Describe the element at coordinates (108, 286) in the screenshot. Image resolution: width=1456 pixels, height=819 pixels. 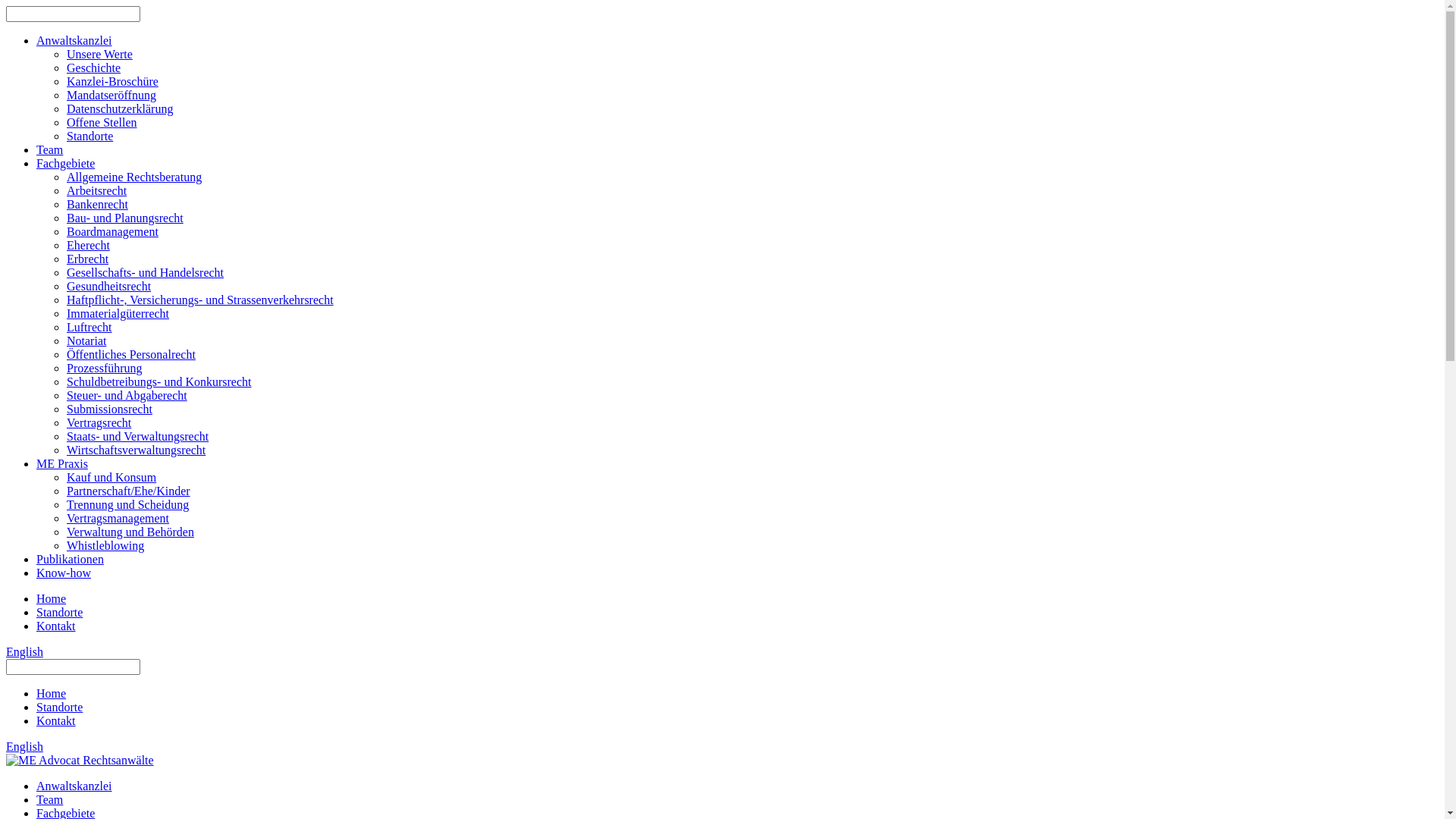
I see `'Gesundheitsrecht'` at that location.